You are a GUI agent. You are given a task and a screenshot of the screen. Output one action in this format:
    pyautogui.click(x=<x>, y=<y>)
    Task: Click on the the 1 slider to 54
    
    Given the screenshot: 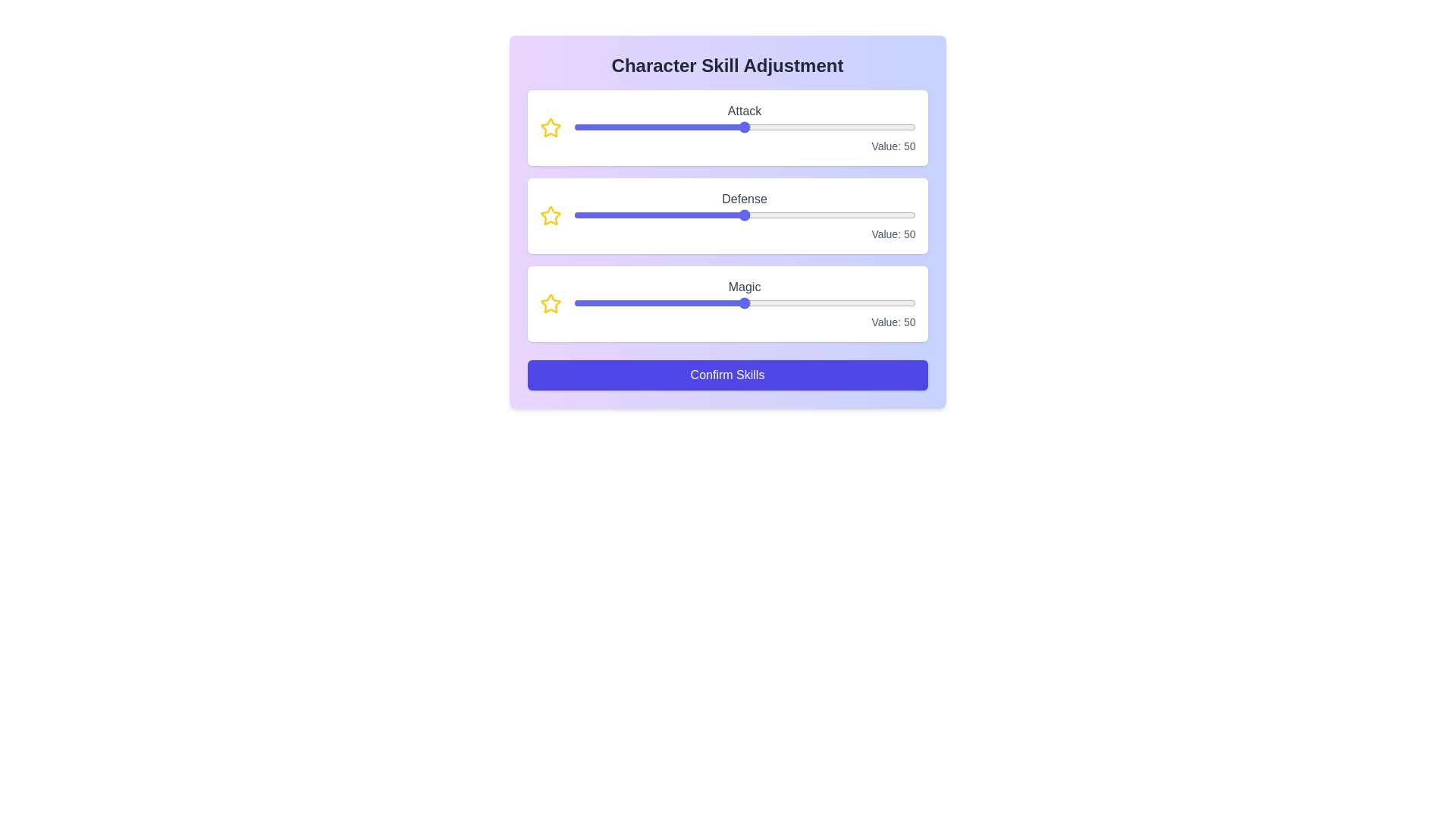 What is the action you would take?
    pyautogui.click(x=836, y=215)
    